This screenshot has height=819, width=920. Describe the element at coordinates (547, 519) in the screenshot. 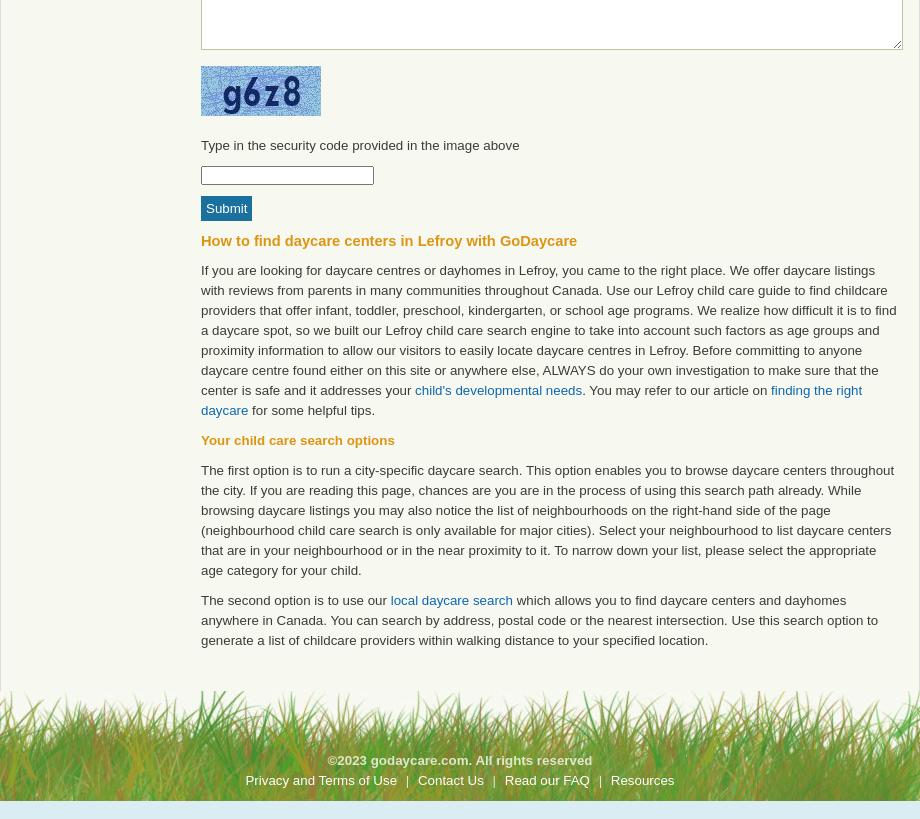

I see `'The first option is to run a city-specific daycare search. This option enables you to browse daycare centers throughout the city. If you are reading this page, chances are you are in the process of using this search path already. While browsing daycare listings you may also notice the list of neighbourhoods on the right-hand side of the page (neighbourhood child care search is only available for major cities). Select your neighbourhood to list daycare centers that are in your neighbourhood or in the near proximity to it. To narrow down your list, please select the appropriate age category for your child.'` at that location.